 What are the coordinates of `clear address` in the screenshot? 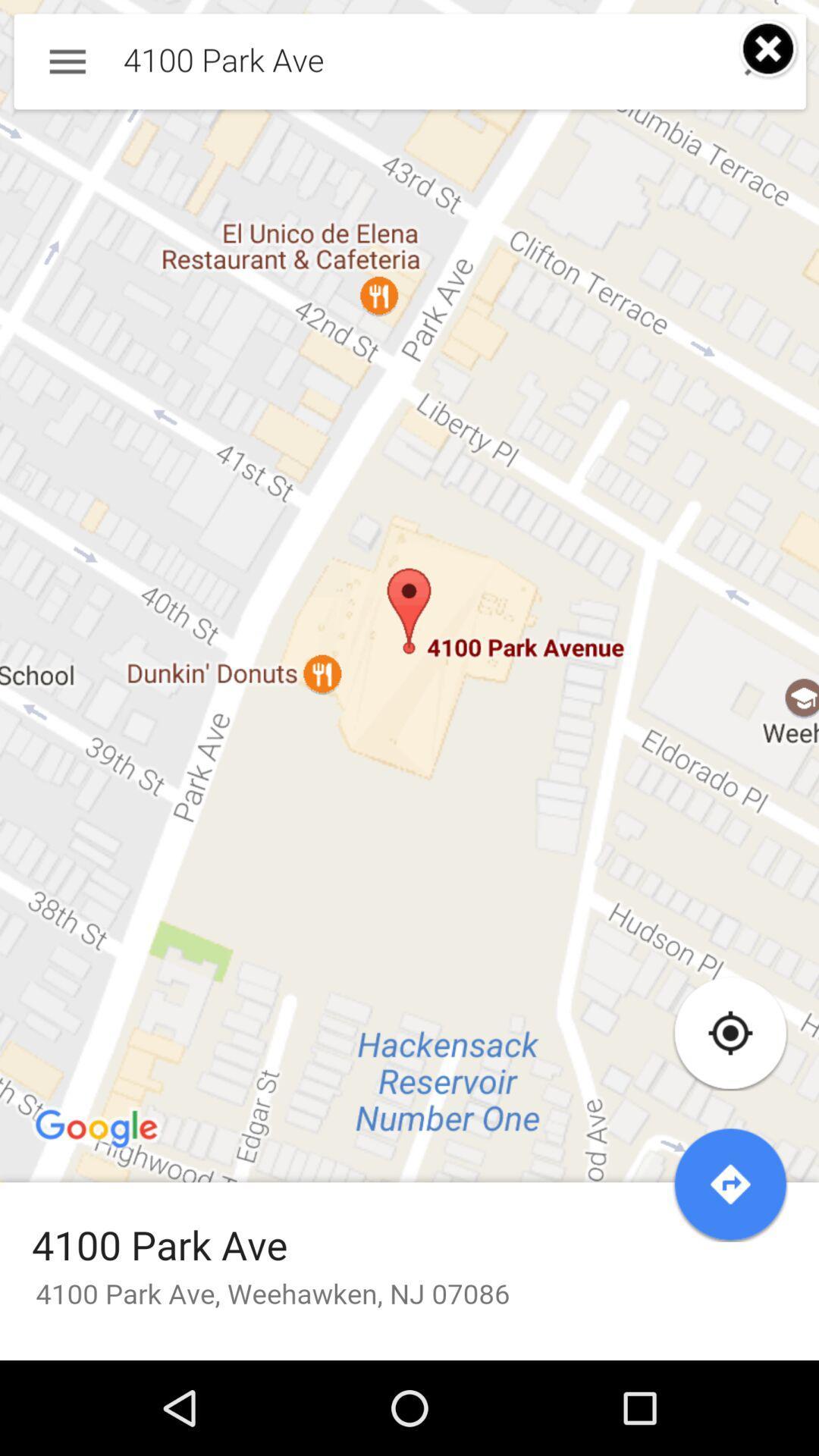 It's located at (769, 49).